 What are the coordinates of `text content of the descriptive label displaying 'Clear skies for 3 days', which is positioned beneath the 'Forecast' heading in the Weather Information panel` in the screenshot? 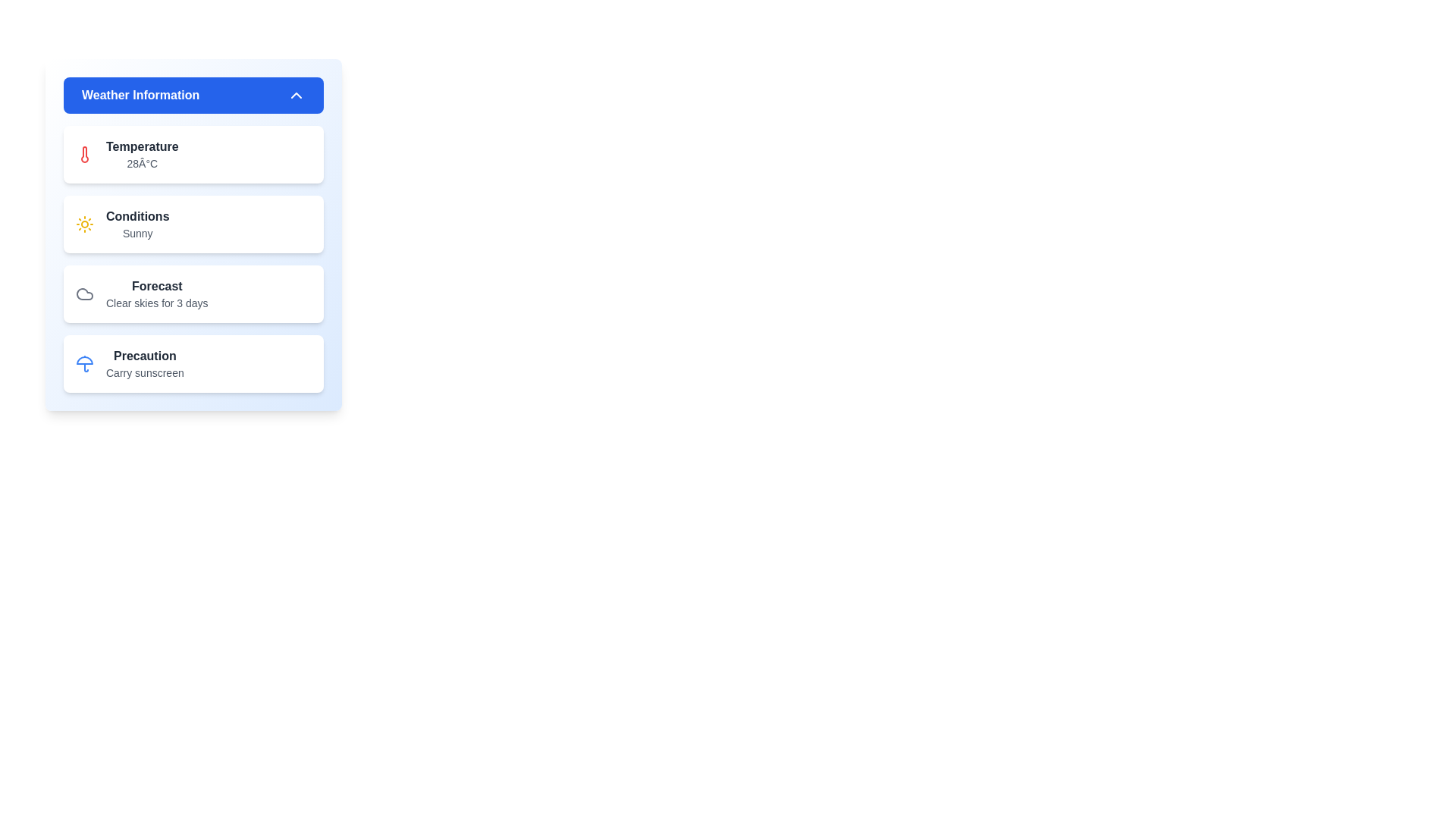 It's located at (157, 303).